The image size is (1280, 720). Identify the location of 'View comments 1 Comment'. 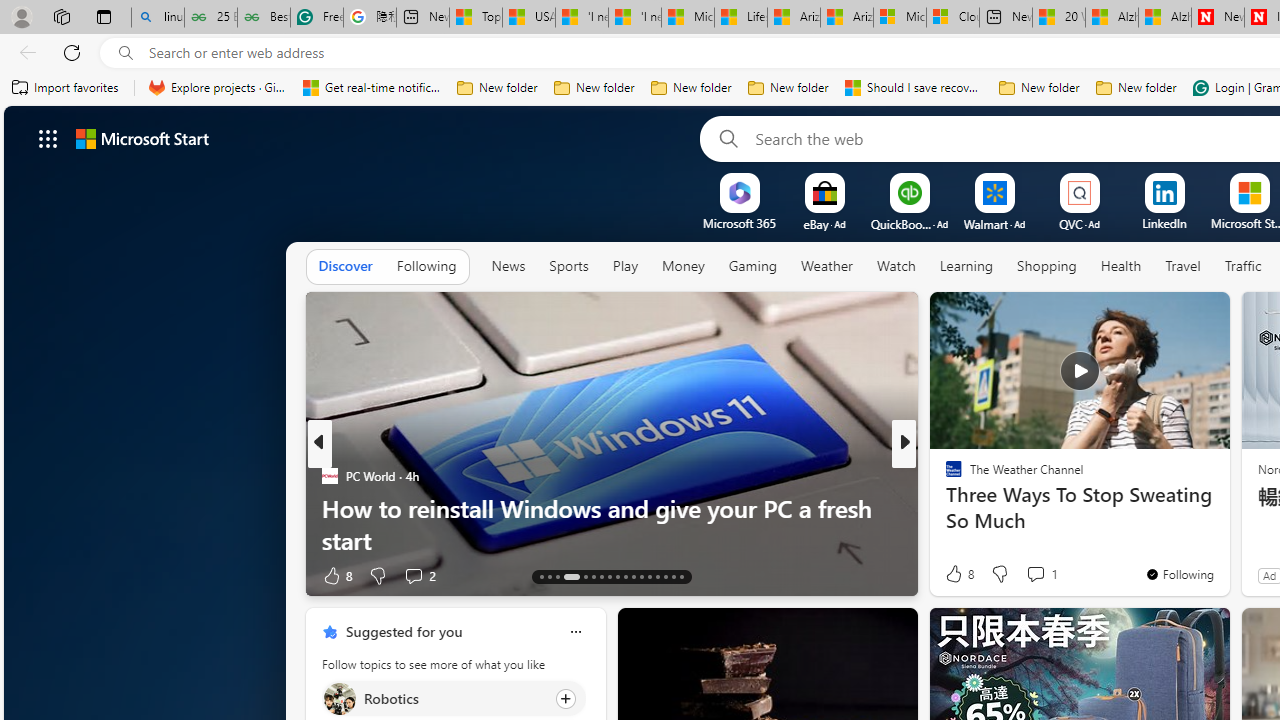
(1040, 574).